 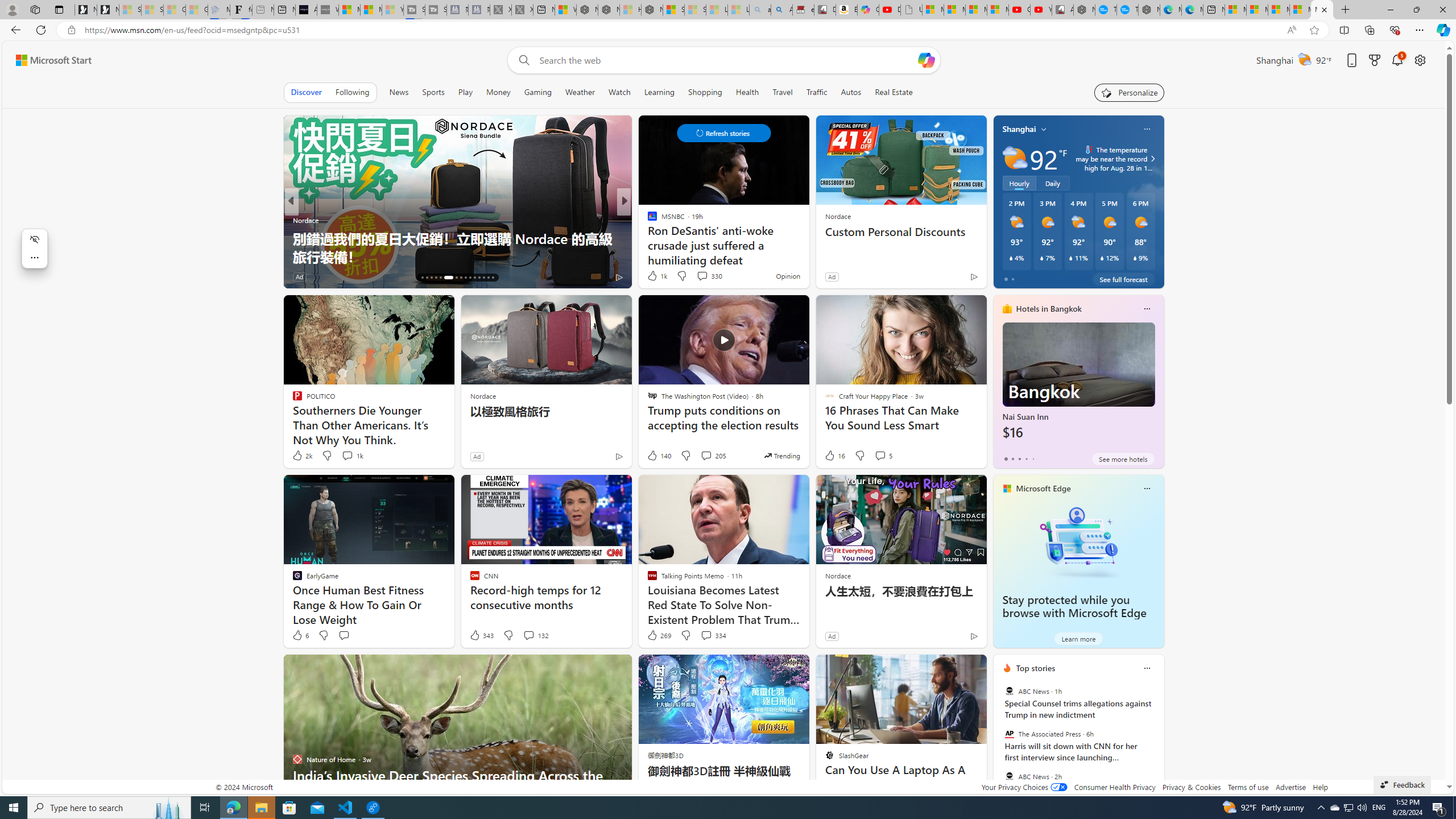 What do you see at coordinates (713, 634) in the screenshot?
I see `'View comments 334 Comment'` at bounding box center [713, 634].